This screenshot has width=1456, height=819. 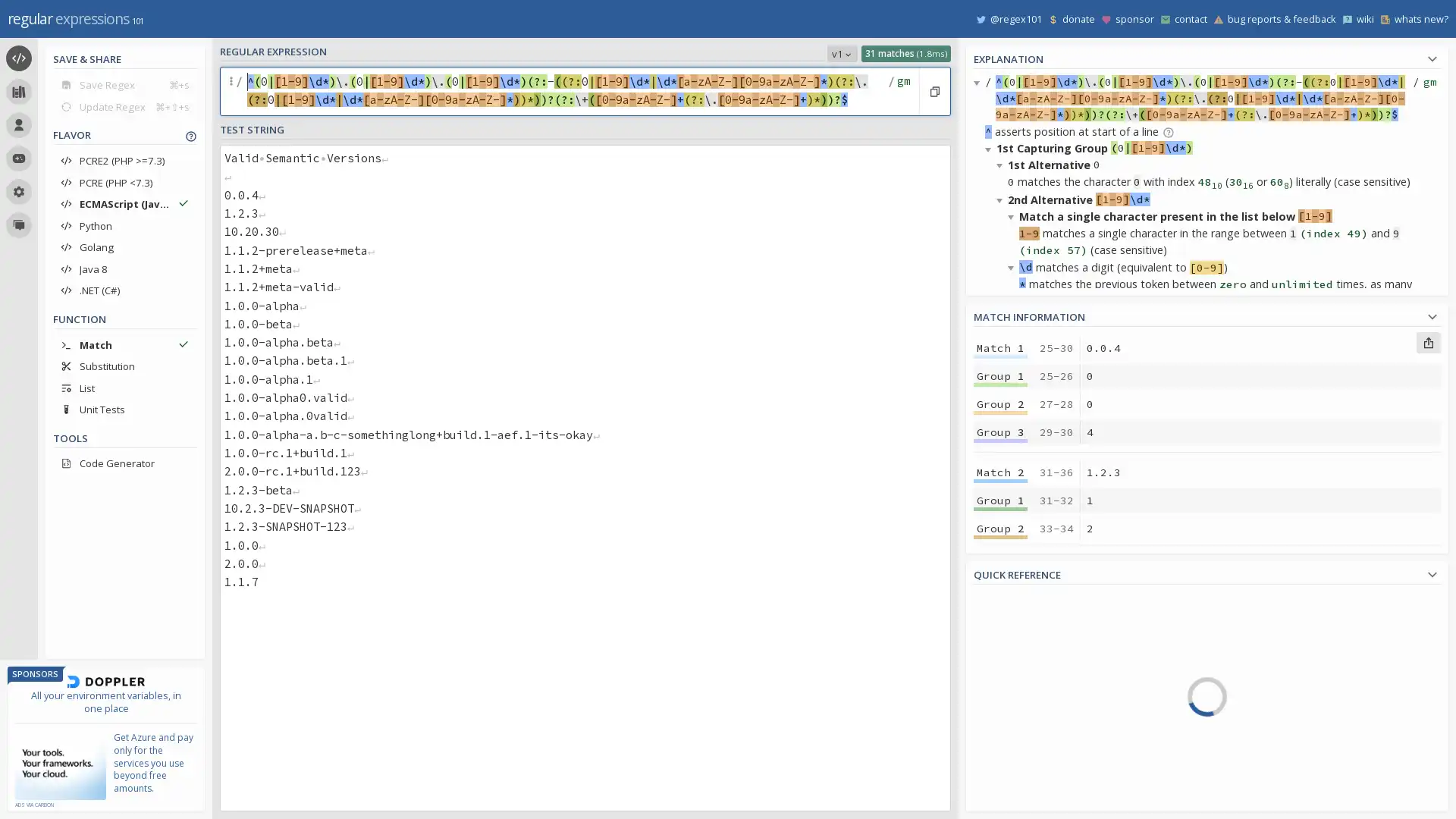 I want to click on Collapse Subtree, so click(x=1002, y=797).